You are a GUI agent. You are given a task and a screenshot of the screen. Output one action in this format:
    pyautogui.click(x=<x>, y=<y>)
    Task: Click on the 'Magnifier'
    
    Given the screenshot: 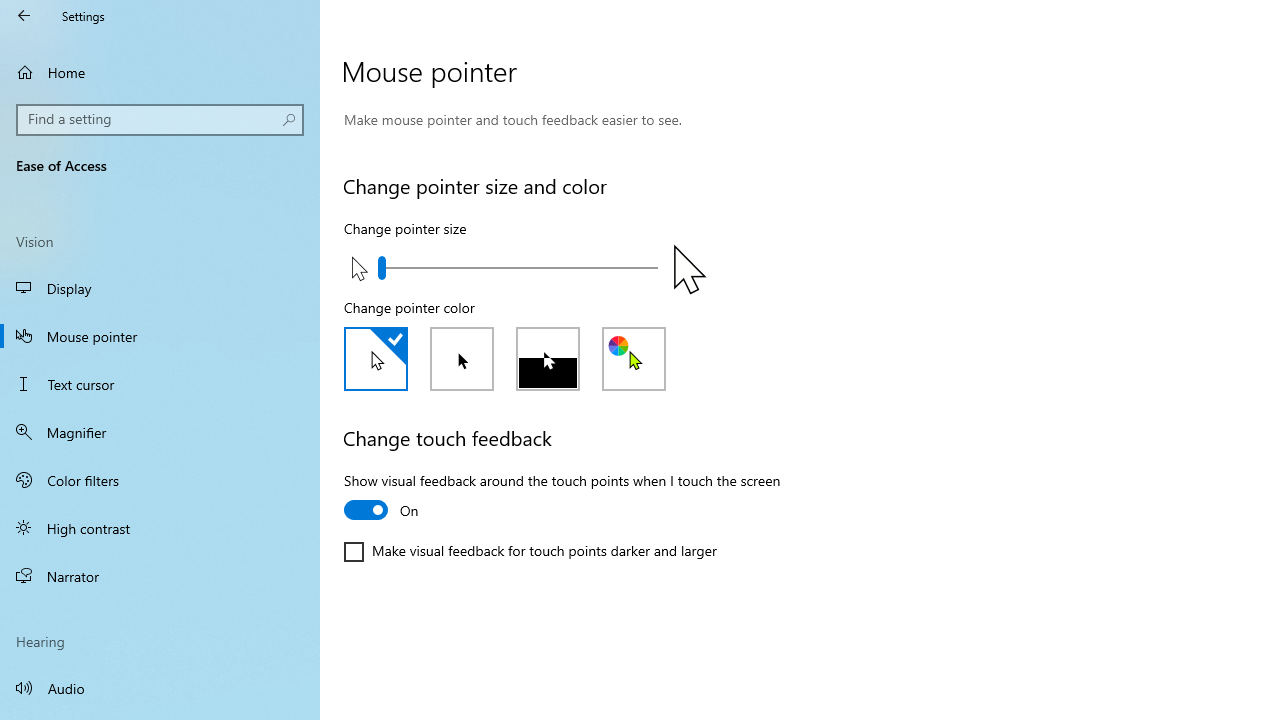 What is the action you would take?
    pyautogui.click(x=160, y=431)
    